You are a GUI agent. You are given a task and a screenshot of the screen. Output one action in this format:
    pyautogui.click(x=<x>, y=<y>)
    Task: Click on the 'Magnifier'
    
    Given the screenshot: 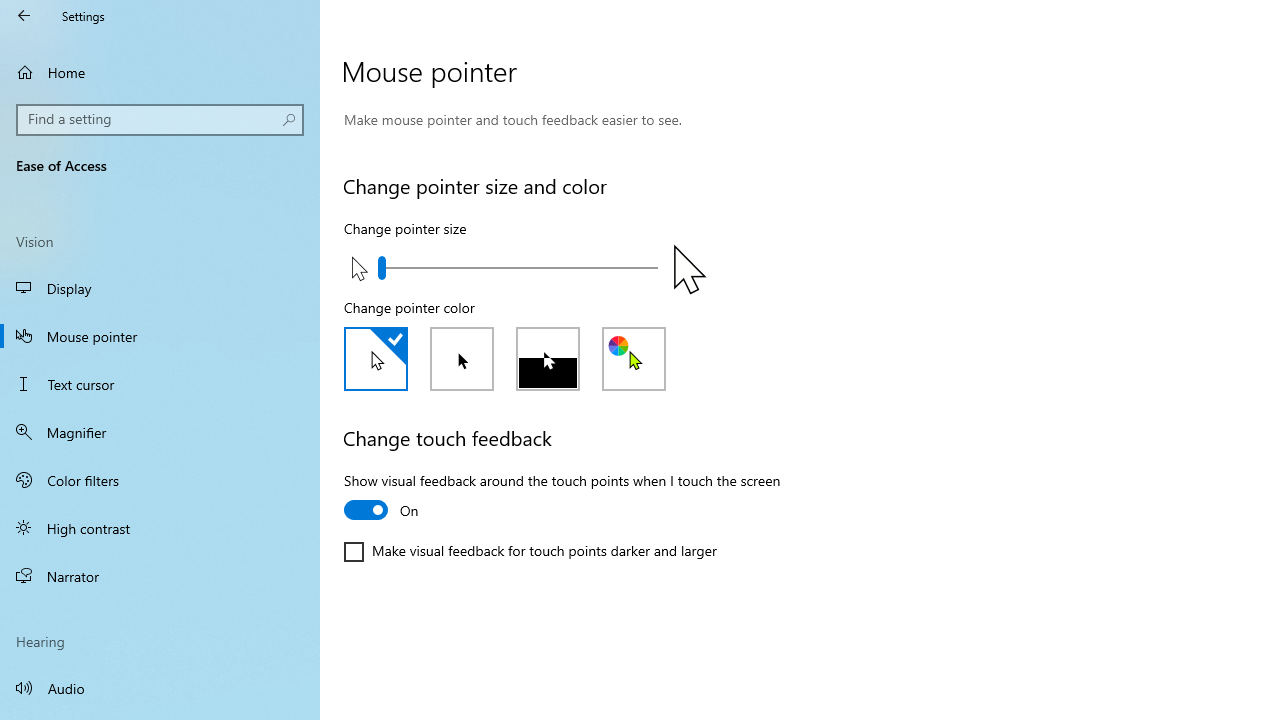 What is the action you would take?
    pyautogui.click(x=160, y=431)
    